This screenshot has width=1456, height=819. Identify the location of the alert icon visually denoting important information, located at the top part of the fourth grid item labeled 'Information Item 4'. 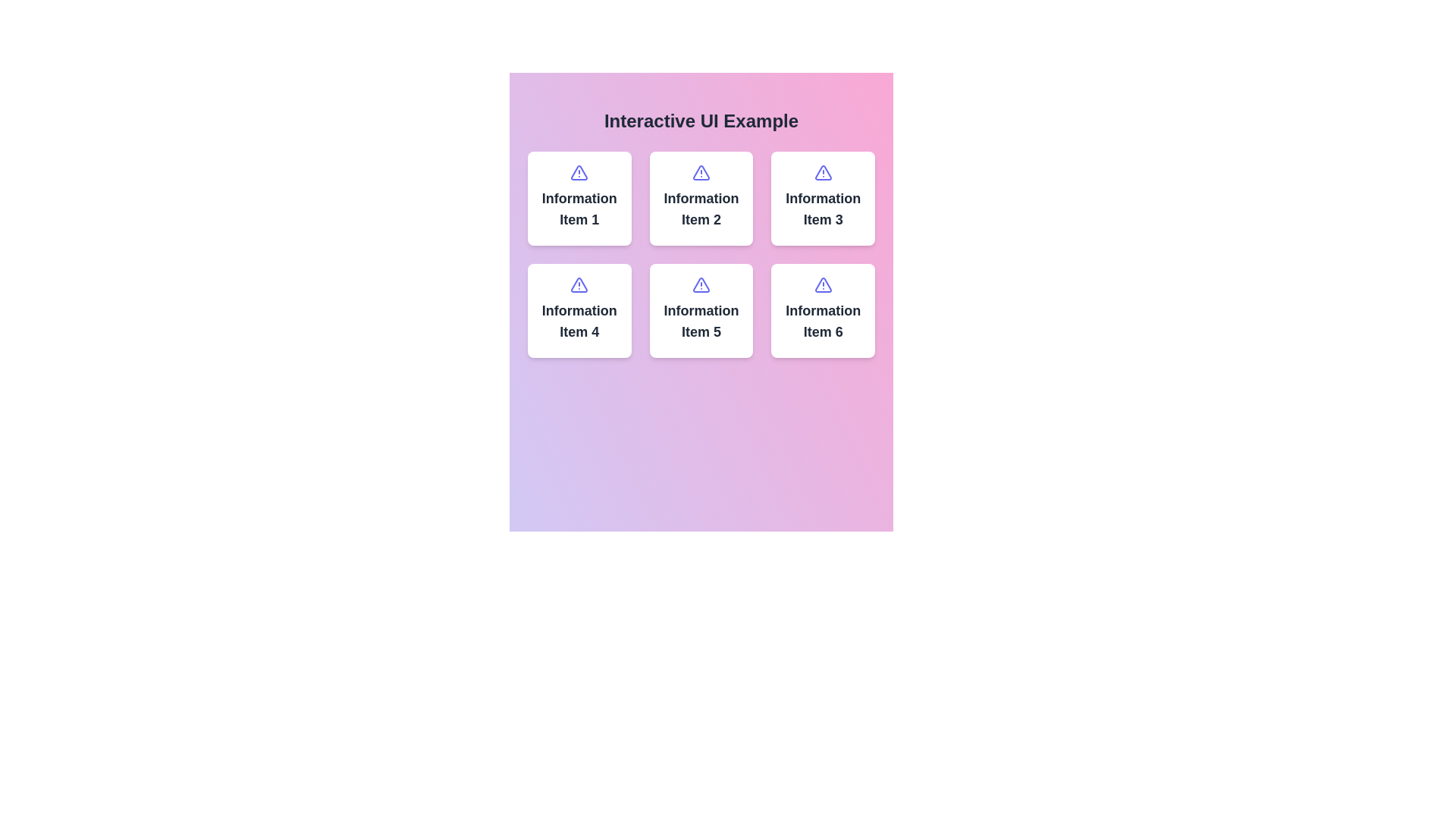
(579, 284).